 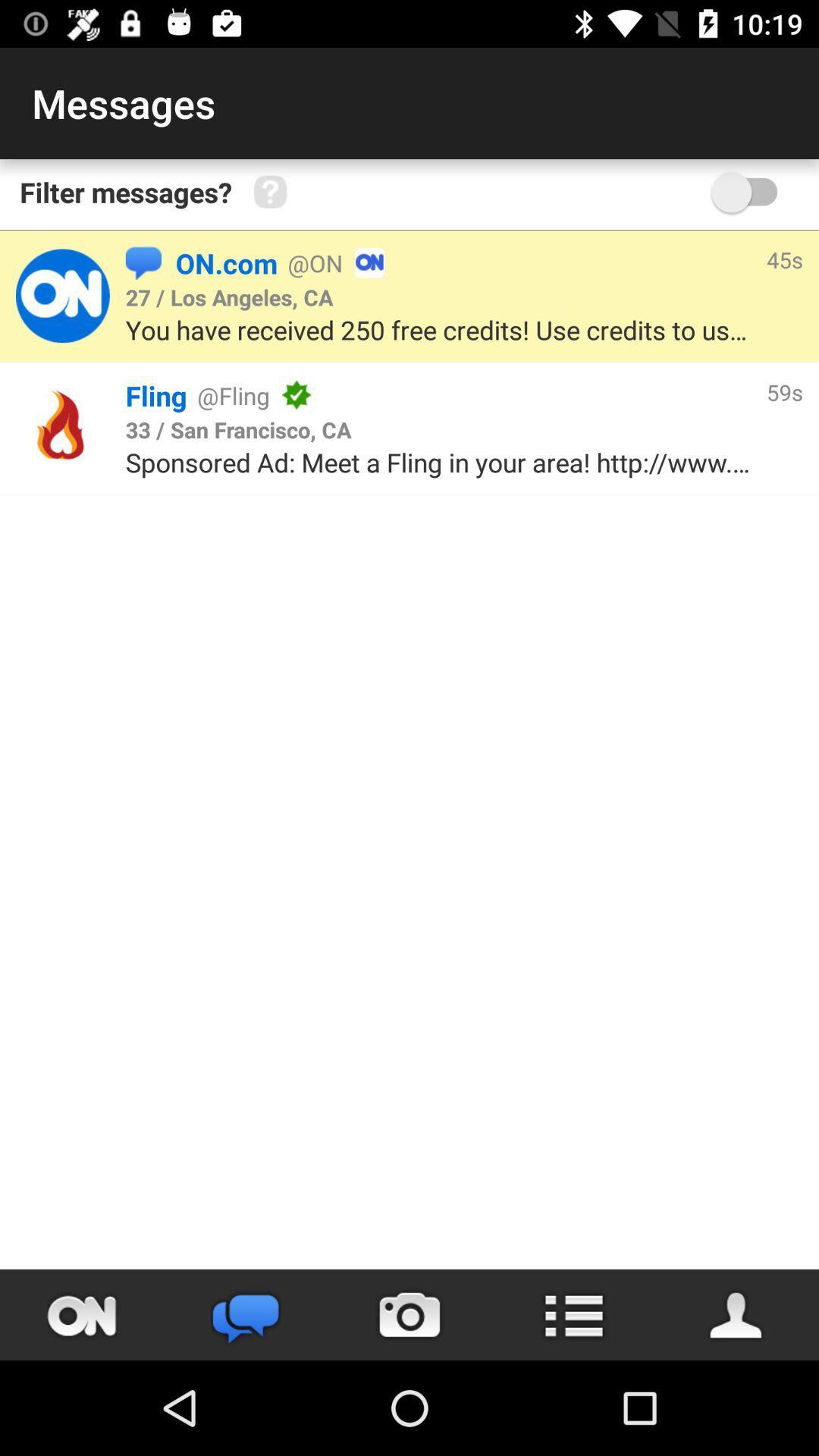 What do you see at coordinates (61, 296) in the screenshot?
I see `message selection` at bounding box center [61, 296].